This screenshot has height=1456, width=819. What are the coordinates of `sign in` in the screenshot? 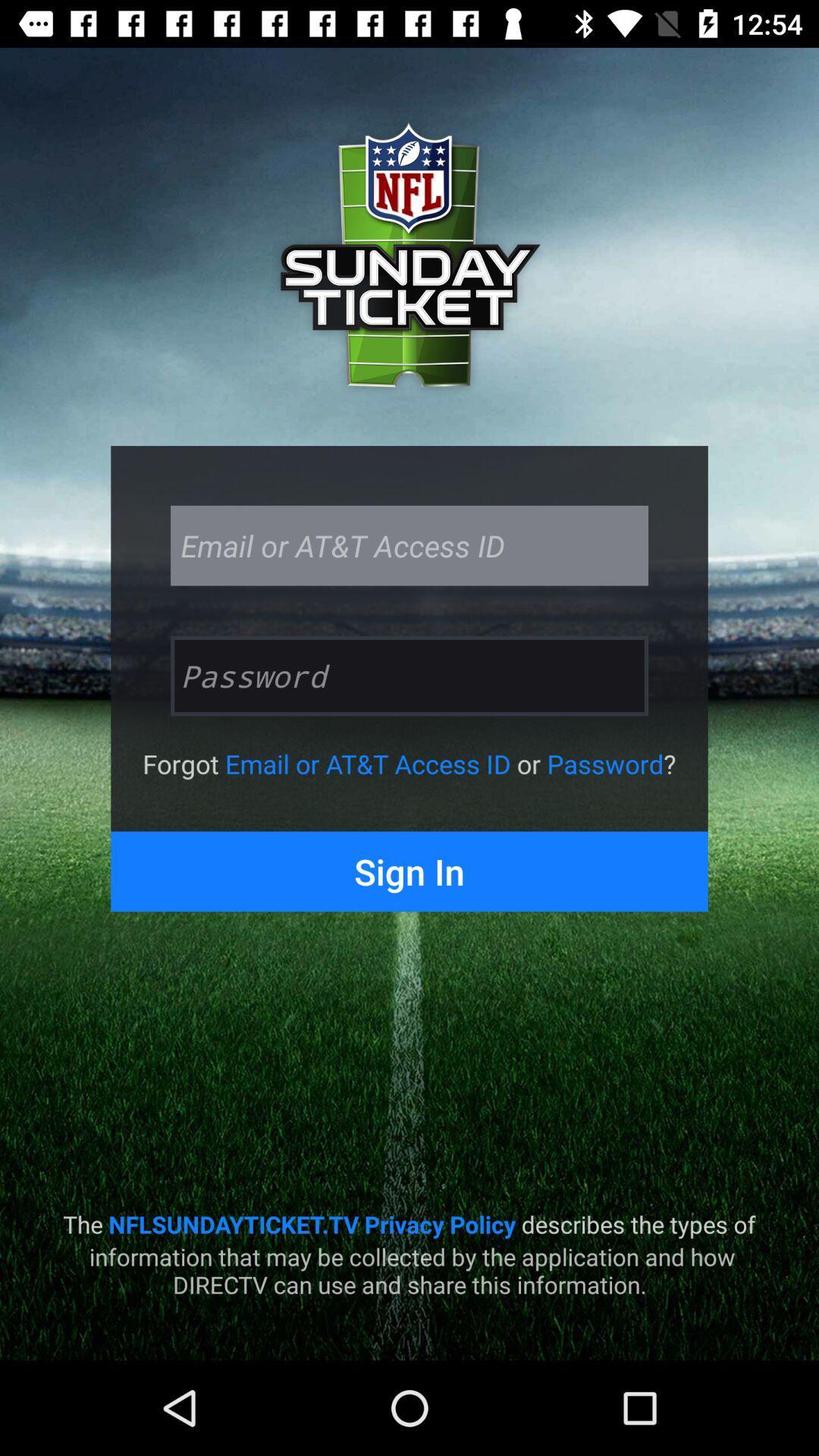 It's located at (409, 871).